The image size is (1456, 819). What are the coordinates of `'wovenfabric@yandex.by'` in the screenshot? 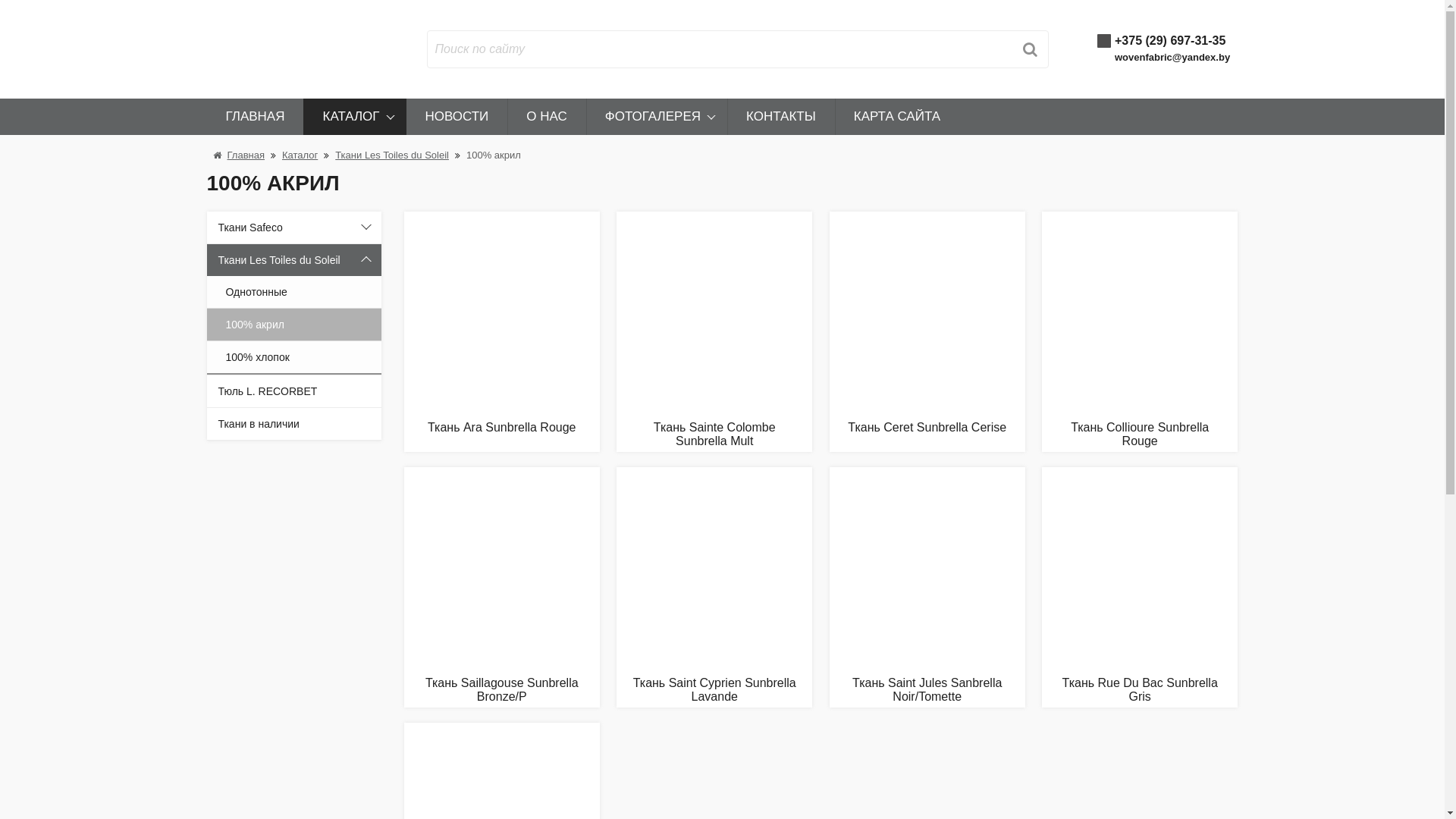 It's located at (1171, 56).